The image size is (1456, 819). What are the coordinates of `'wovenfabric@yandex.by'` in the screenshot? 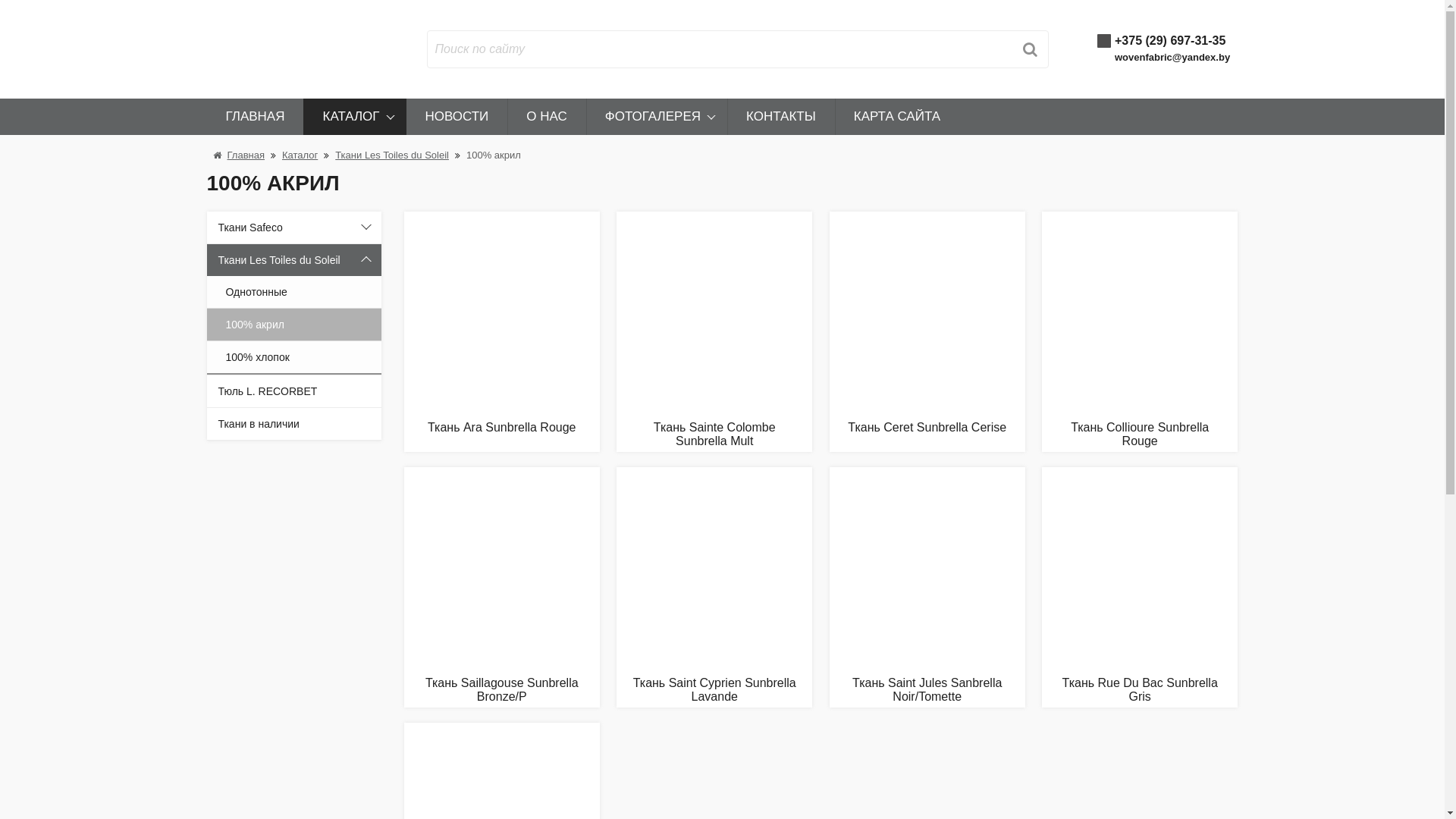 It's located at (1171, 56).